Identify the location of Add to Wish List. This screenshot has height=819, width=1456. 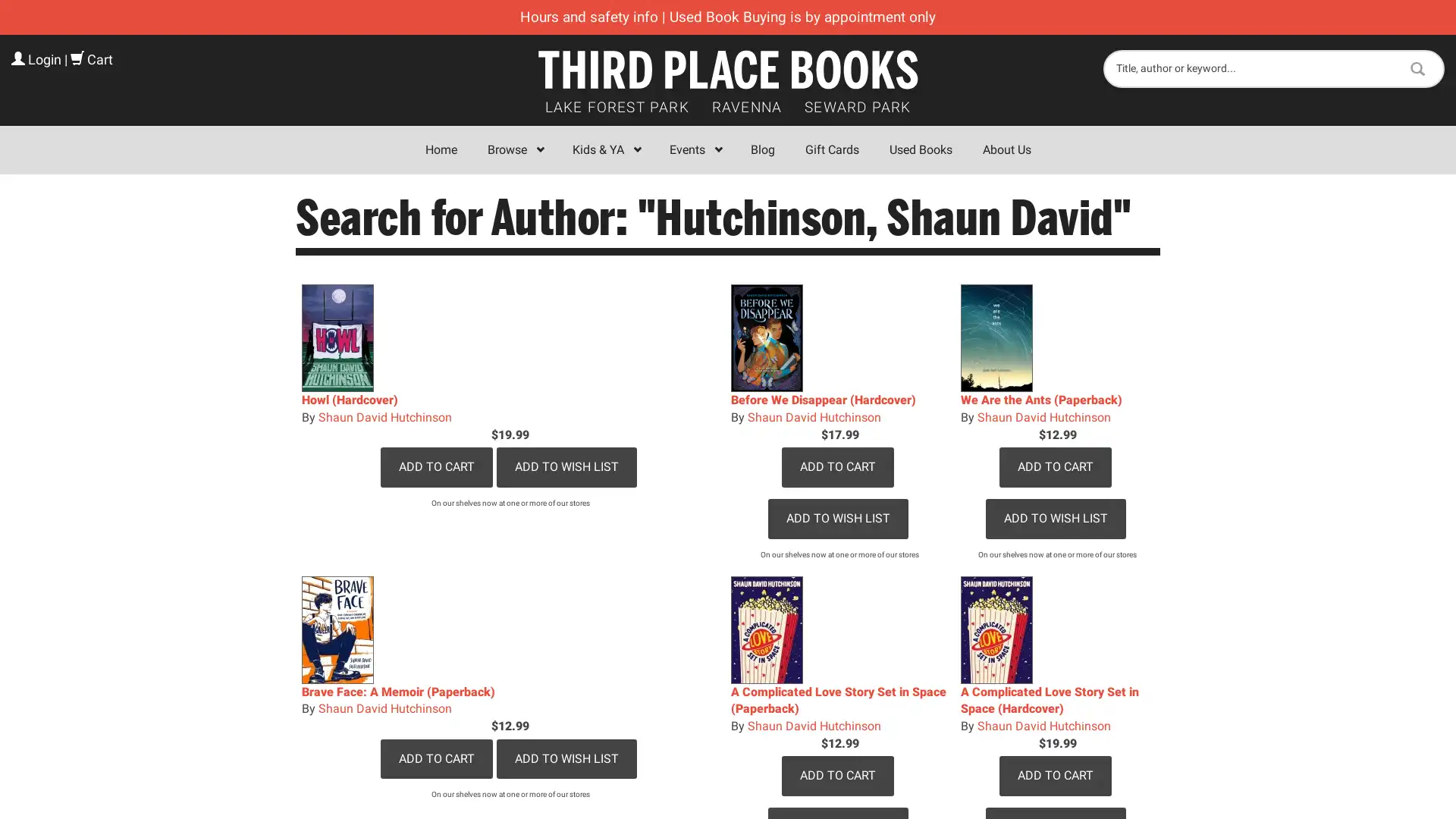
(565, 466).